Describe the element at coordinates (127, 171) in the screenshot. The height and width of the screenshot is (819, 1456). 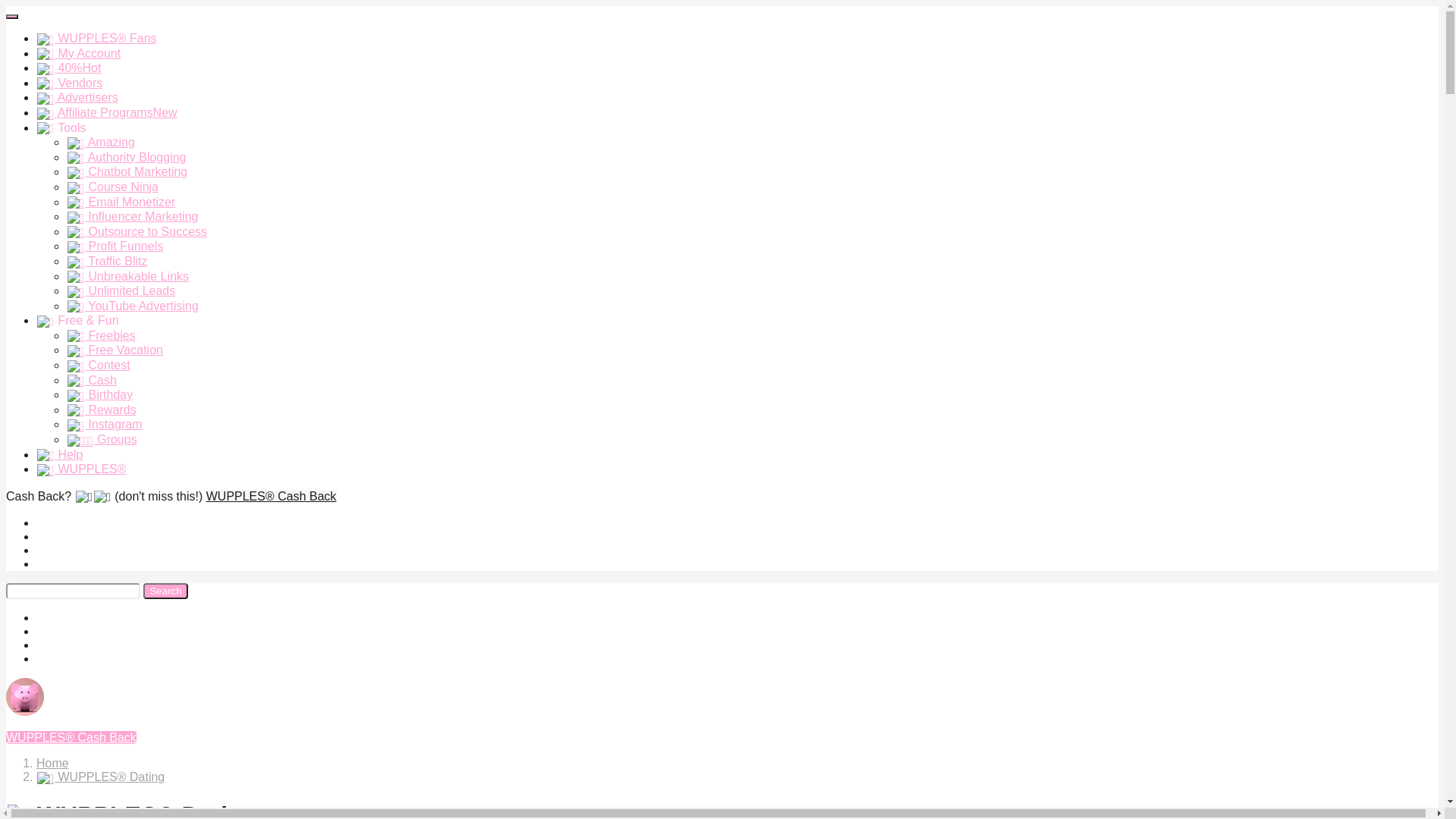
I see `'Chatbot Marketing'` at that location.